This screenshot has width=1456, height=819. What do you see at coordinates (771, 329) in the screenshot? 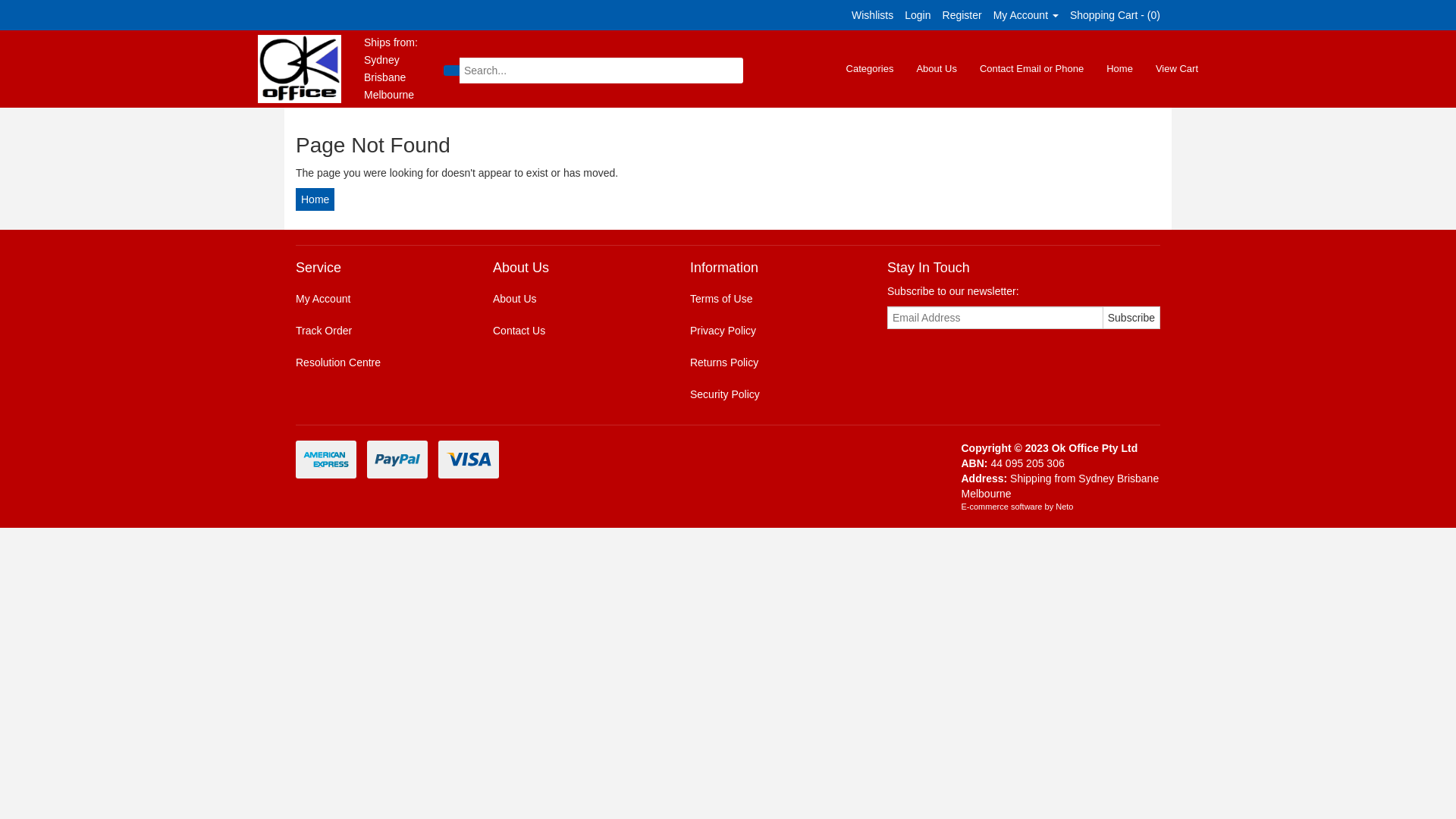
I see `'Privacy Policy'` at bounding box center [771, 329].